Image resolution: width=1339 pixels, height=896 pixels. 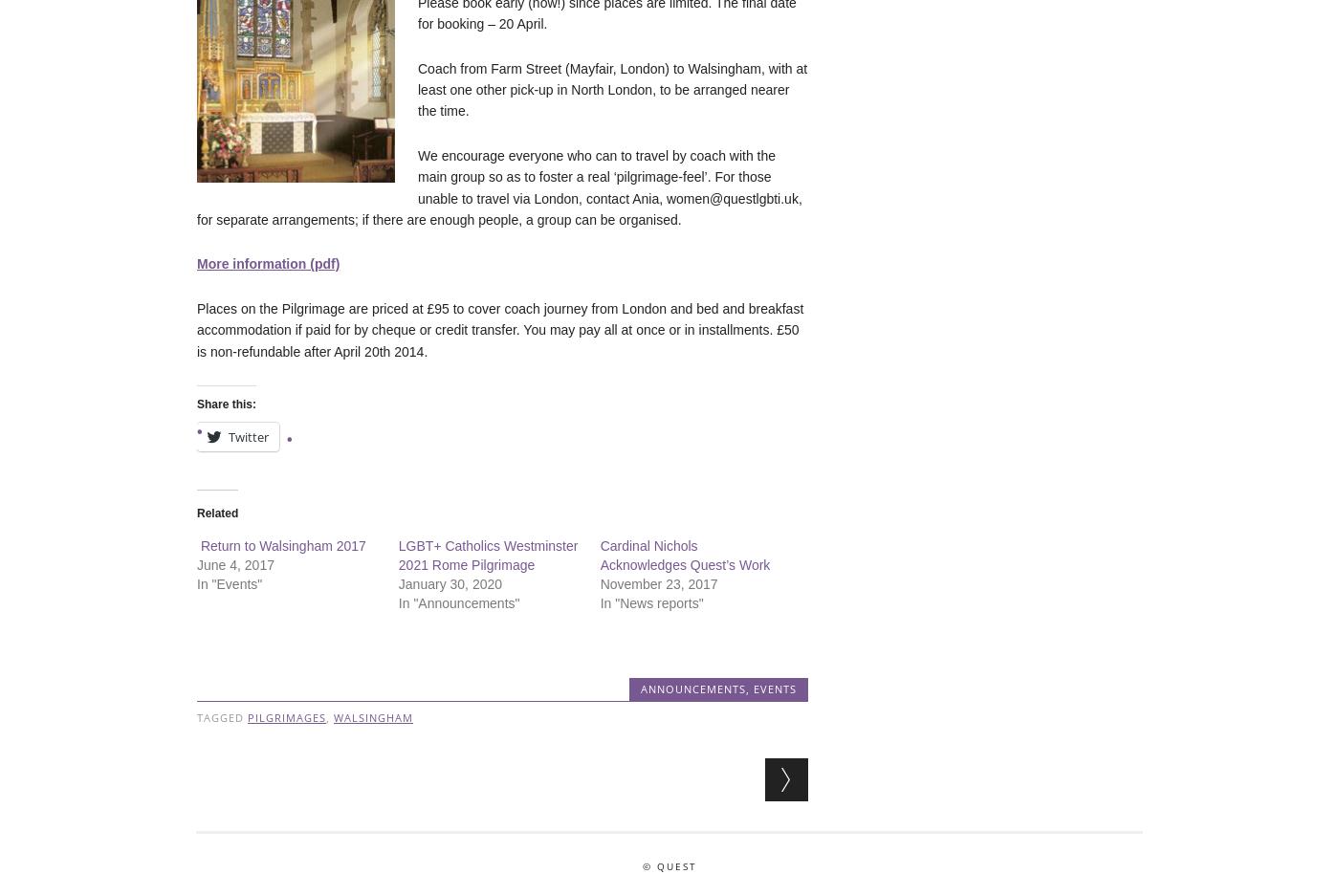 I want to click on 'Events', so click(x=752, y=688).